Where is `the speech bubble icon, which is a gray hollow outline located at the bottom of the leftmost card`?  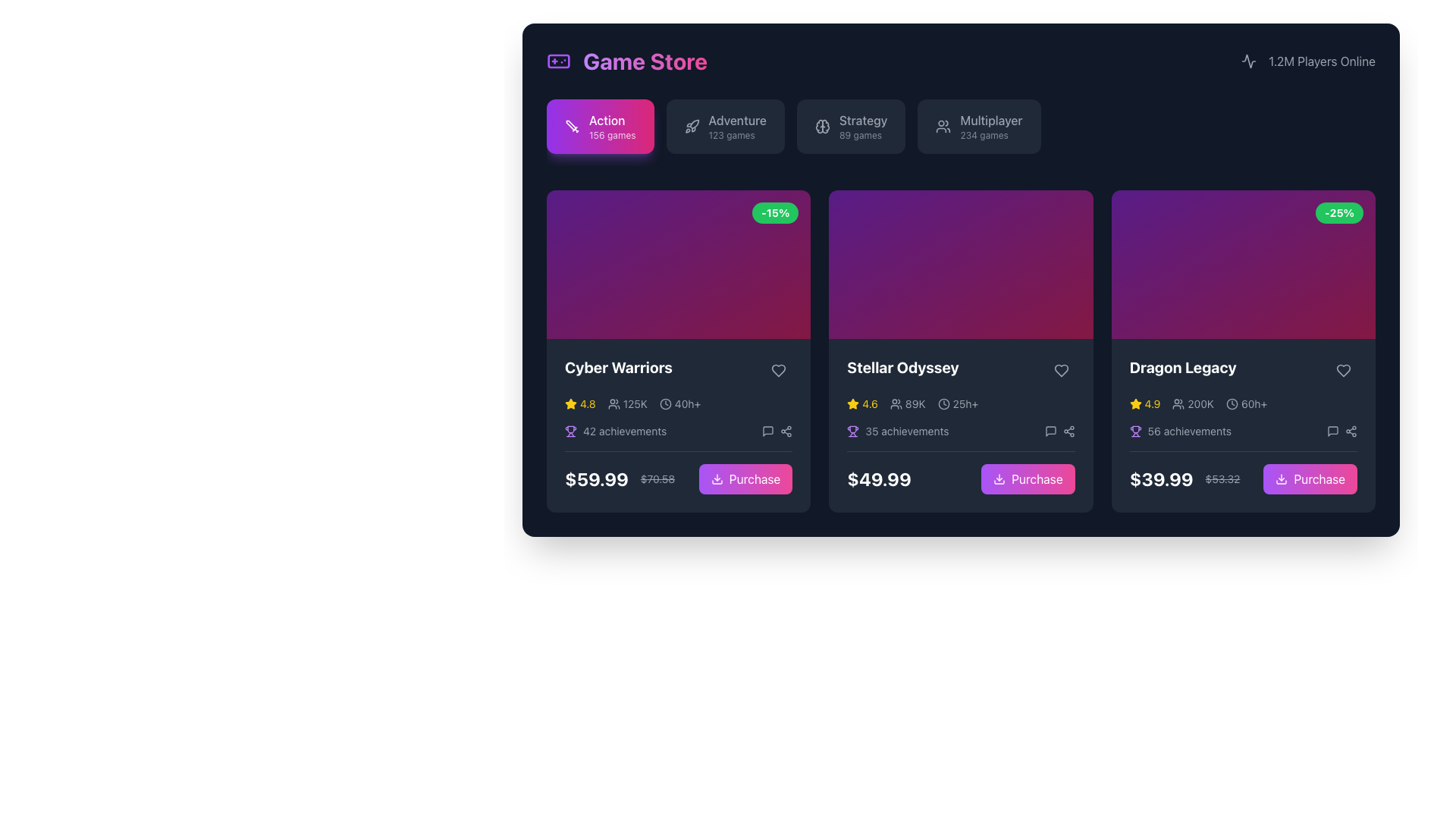 the speech bubble icon, which is a gray hollow outline located at the bottom of the leftmost card is located at coordinates (768, 431).